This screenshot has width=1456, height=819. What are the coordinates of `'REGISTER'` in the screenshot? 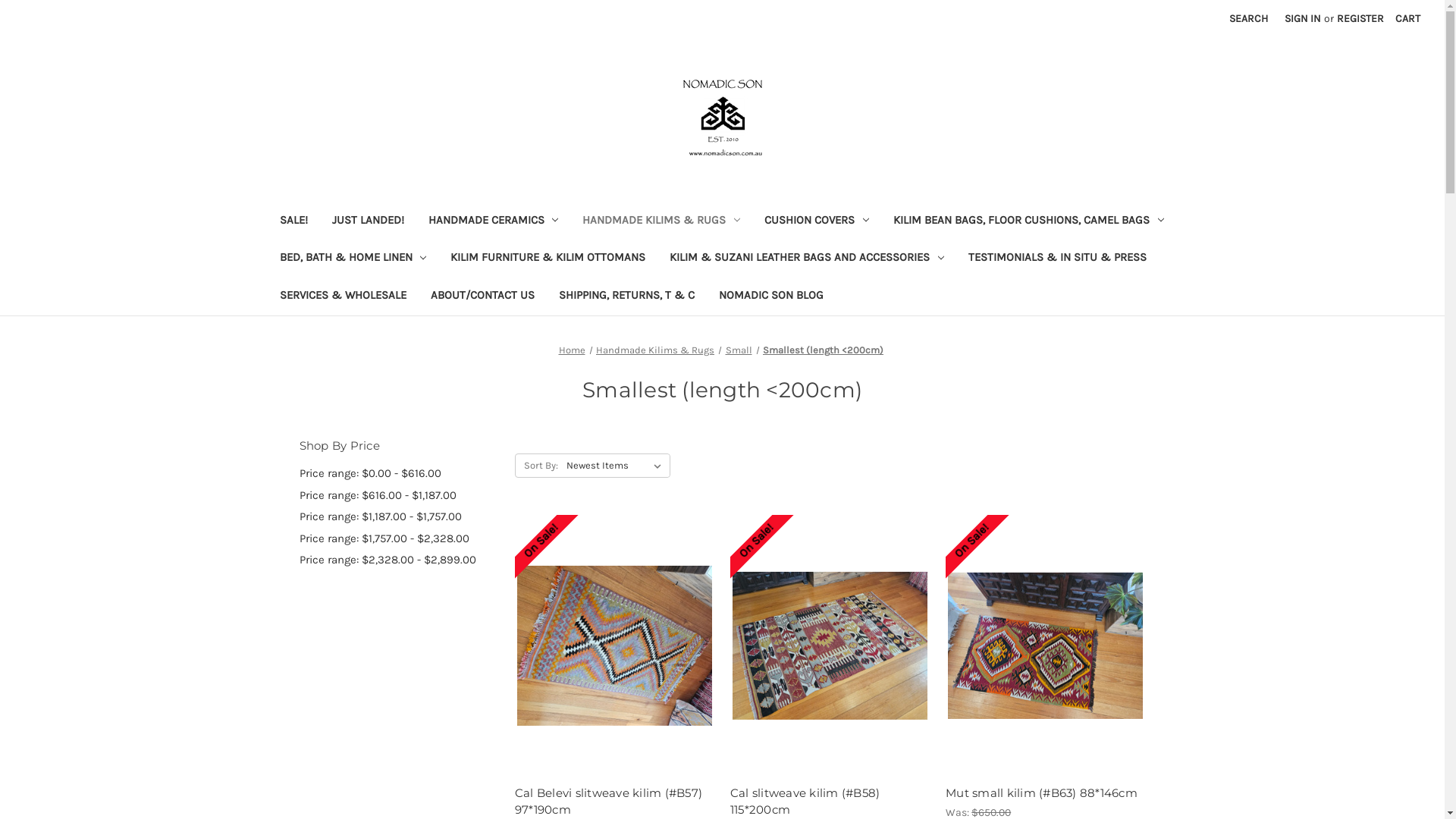 It's located at (1360, 18).